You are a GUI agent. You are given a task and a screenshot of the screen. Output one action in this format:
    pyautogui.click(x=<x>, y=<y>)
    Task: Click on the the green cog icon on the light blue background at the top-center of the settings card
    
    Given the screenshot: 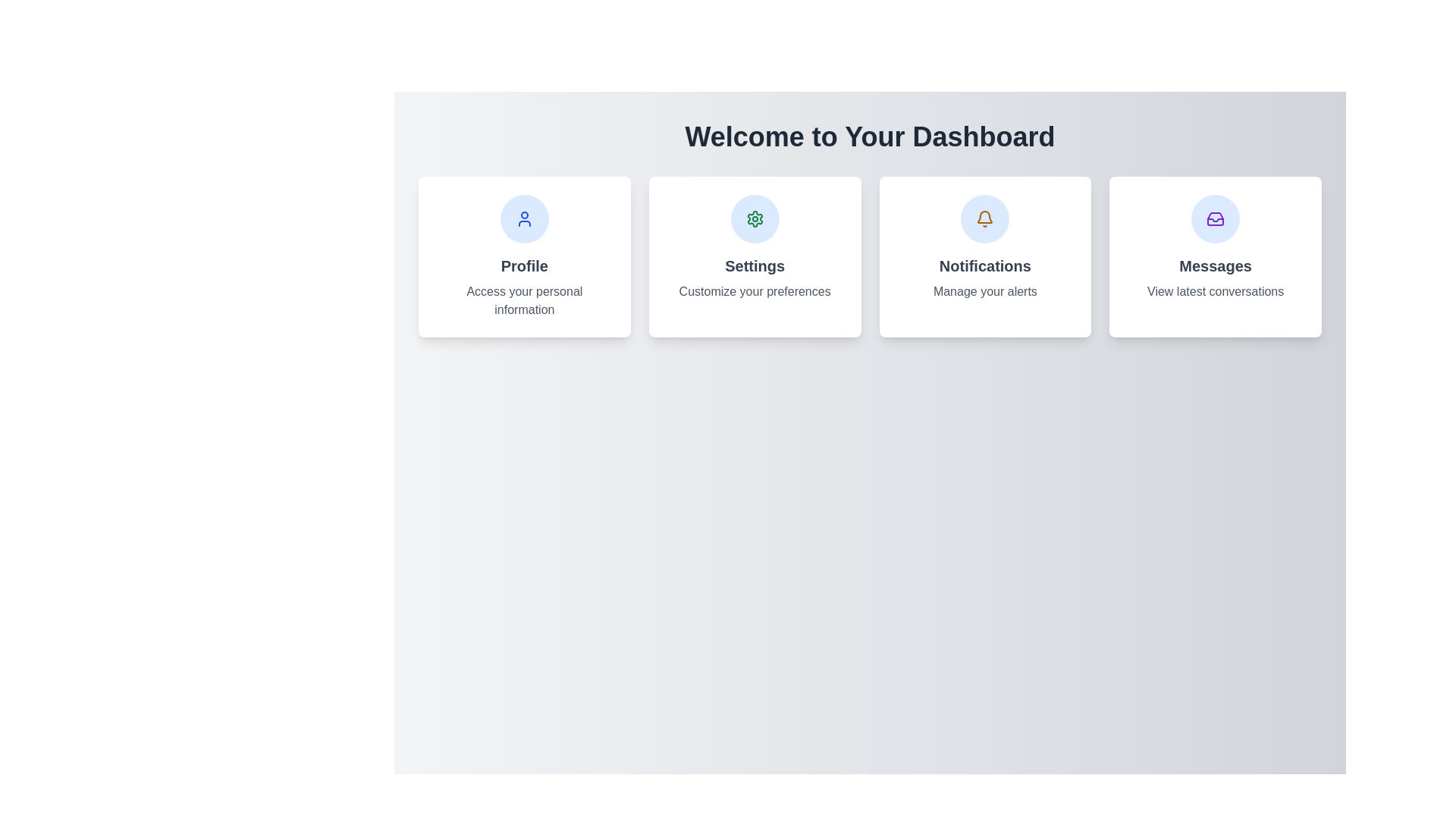 What is the action you would take?
    pyautogui.click(x=755, y=219)
    